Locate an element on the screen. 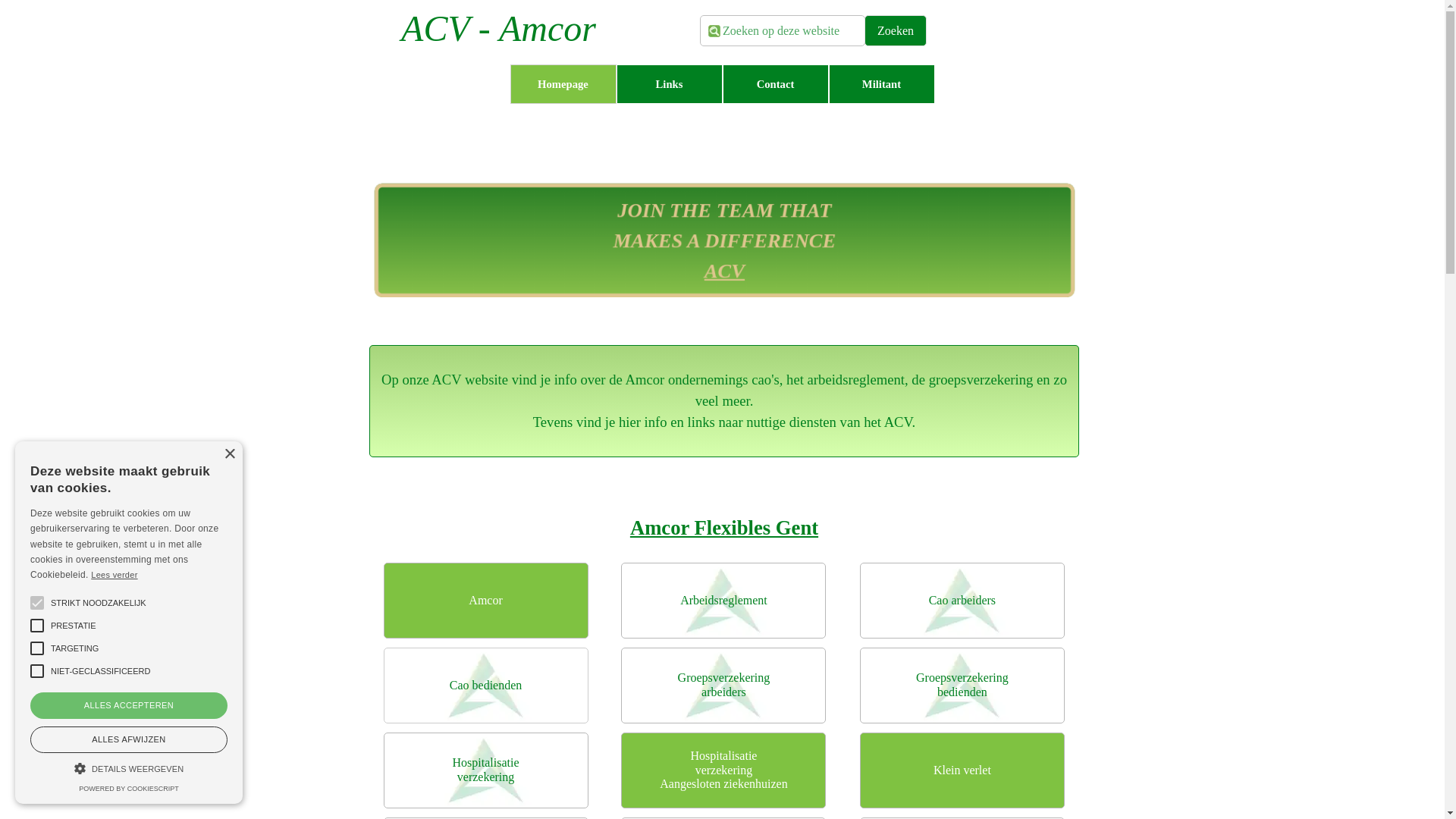 The height and width of the screenshot is (819, 1456). 'Militant' is located at coordinates (880, 84).